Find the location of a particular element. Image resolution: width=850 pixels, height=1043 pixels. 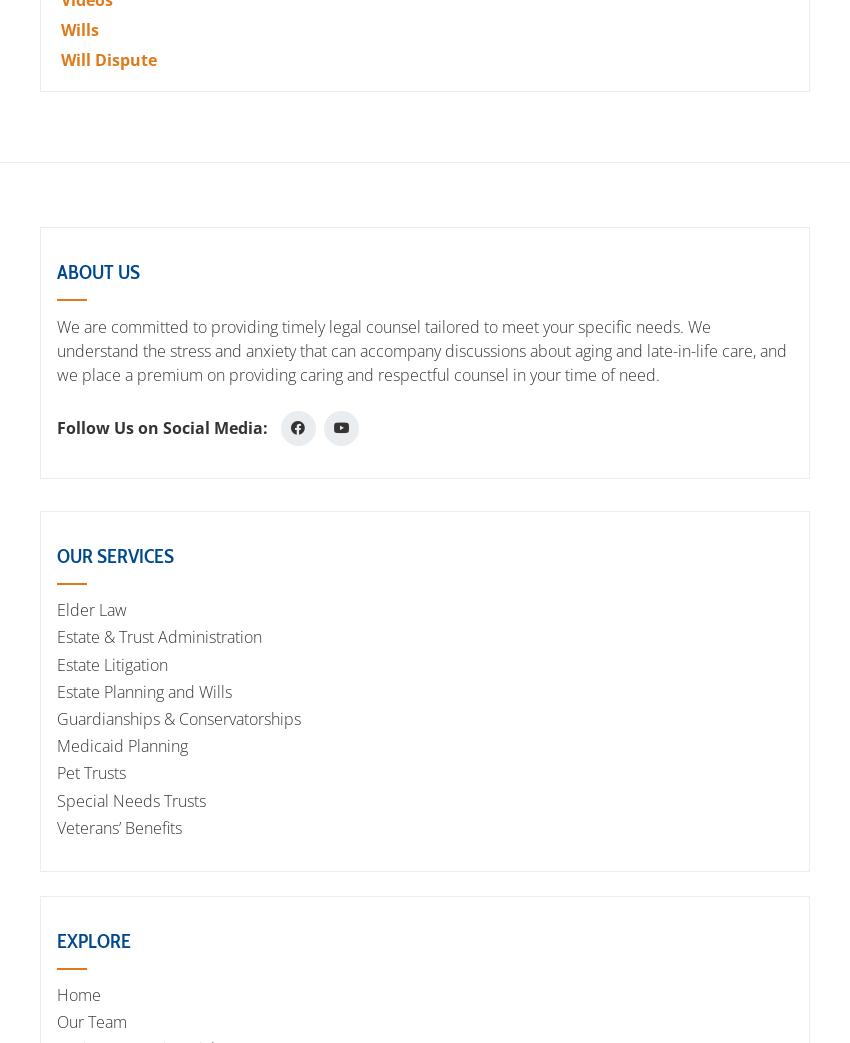

'Follow Us on Social Media:' is located at coordinates (162, 428).